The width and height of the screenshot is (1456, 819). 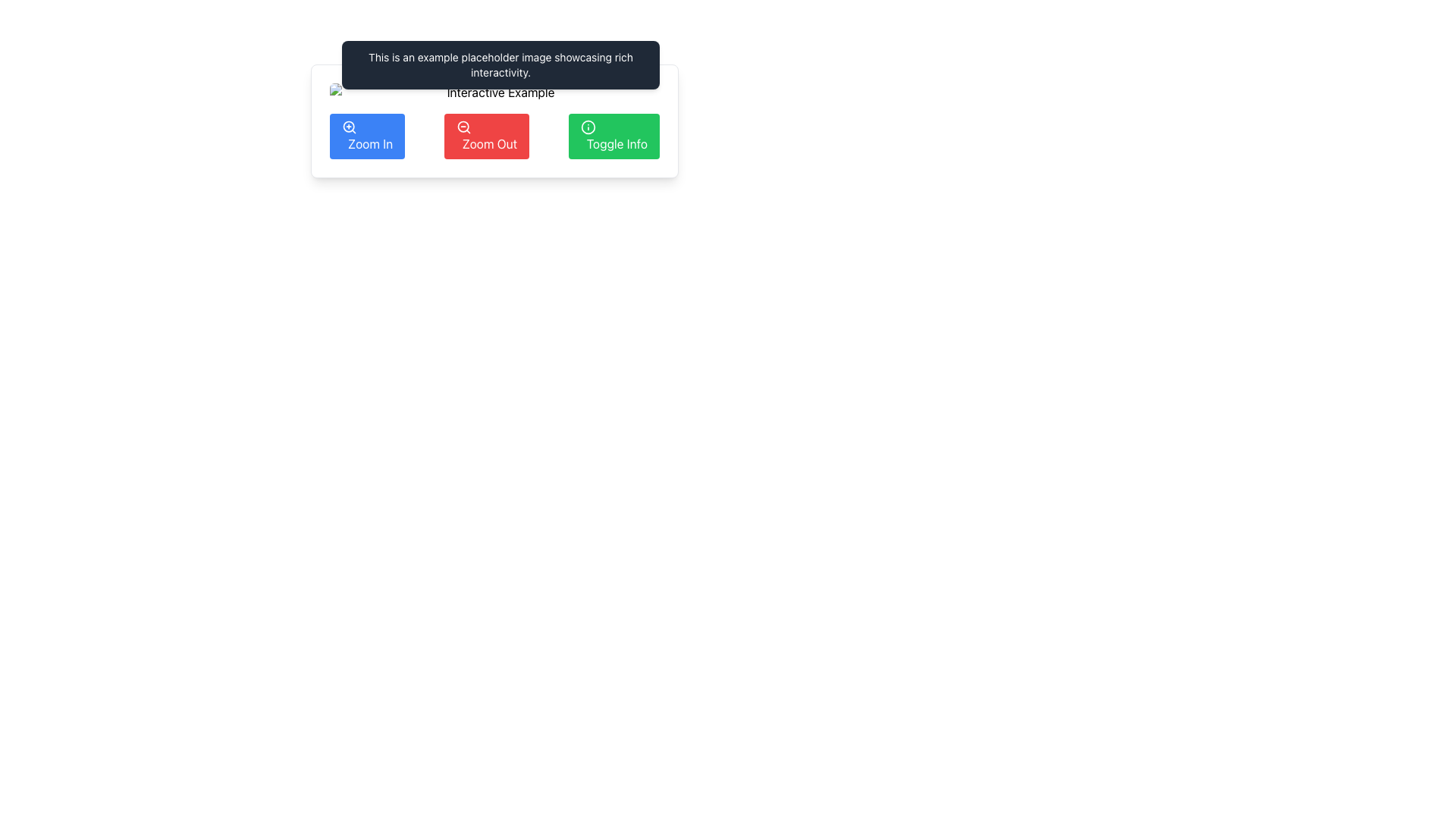 I want to click on the circular SVG shape that represents the Zoom In icon, which is centrally positioned within the icon, so click(x=348, y=126).